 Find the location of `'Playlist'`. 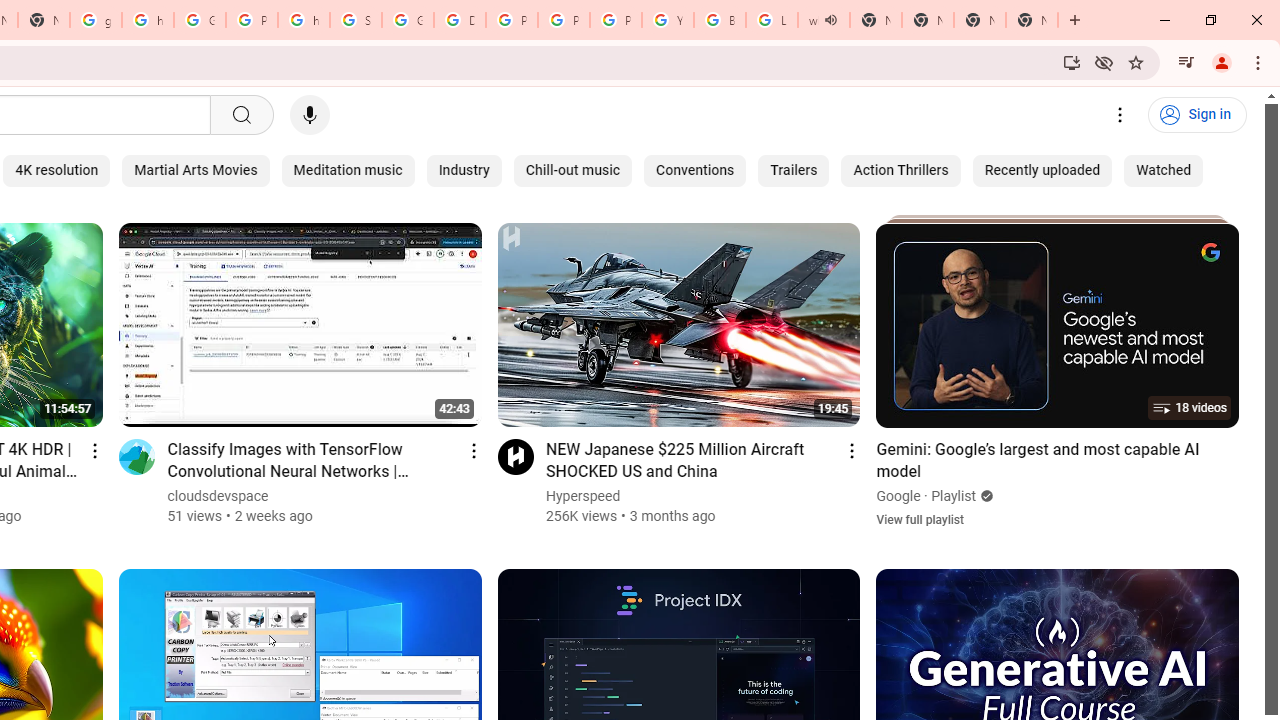

'Playlist' is located at coordinates (953, 495).